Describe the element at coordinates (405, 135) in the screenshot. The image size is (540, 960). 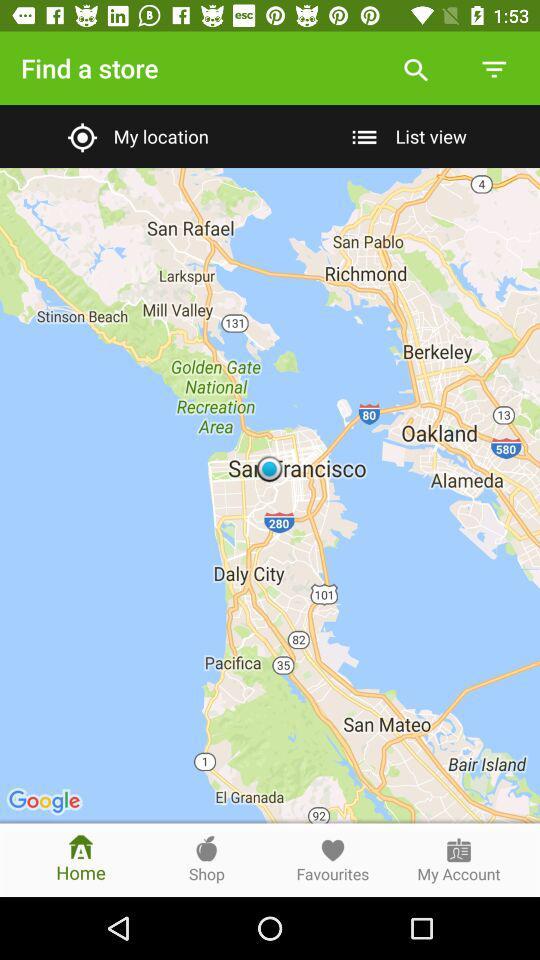
I see `the list view` at that location.